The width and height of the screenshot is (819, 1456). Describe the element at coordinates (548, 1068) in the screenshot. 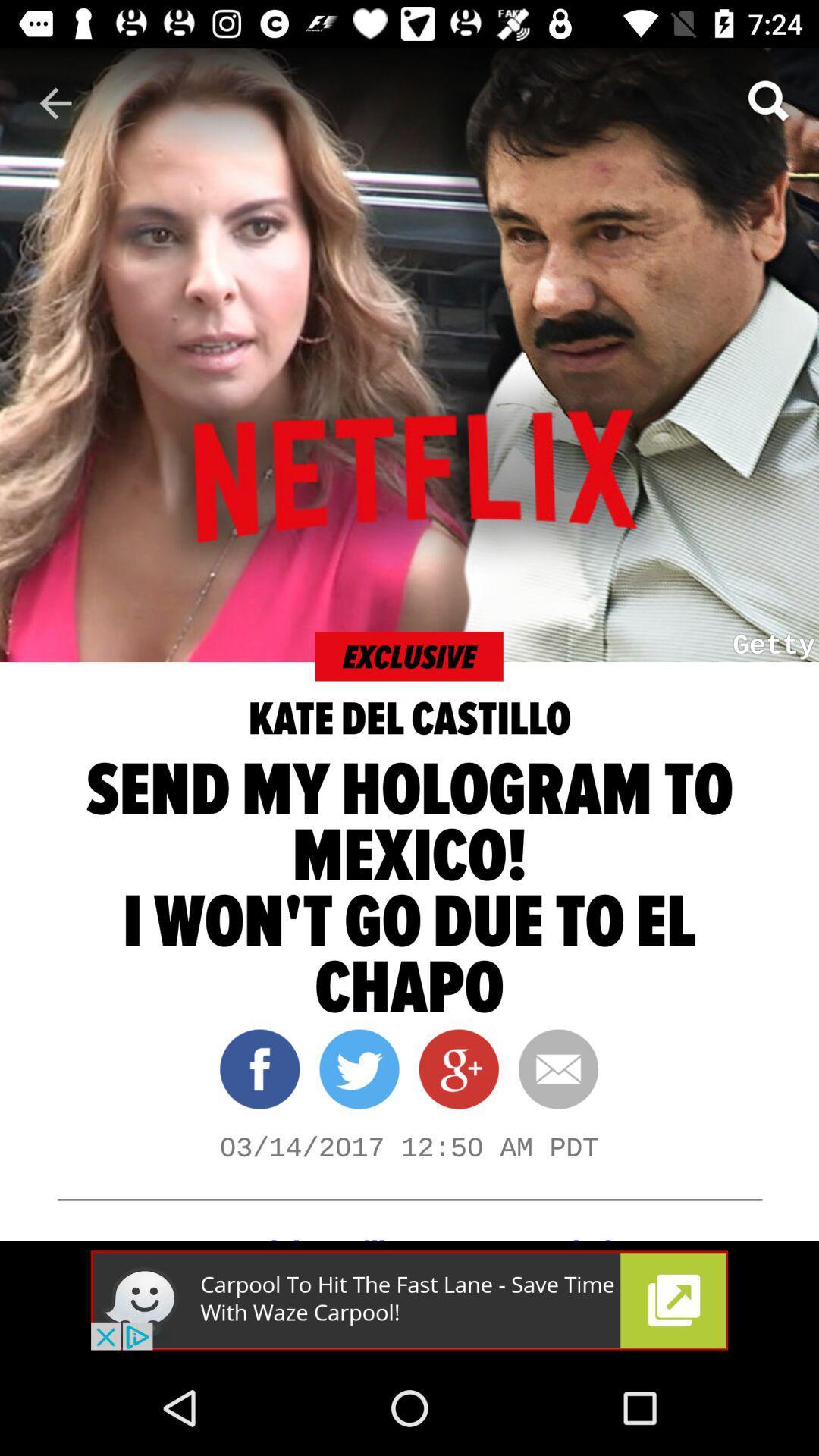

I see `the email icon` at that location.